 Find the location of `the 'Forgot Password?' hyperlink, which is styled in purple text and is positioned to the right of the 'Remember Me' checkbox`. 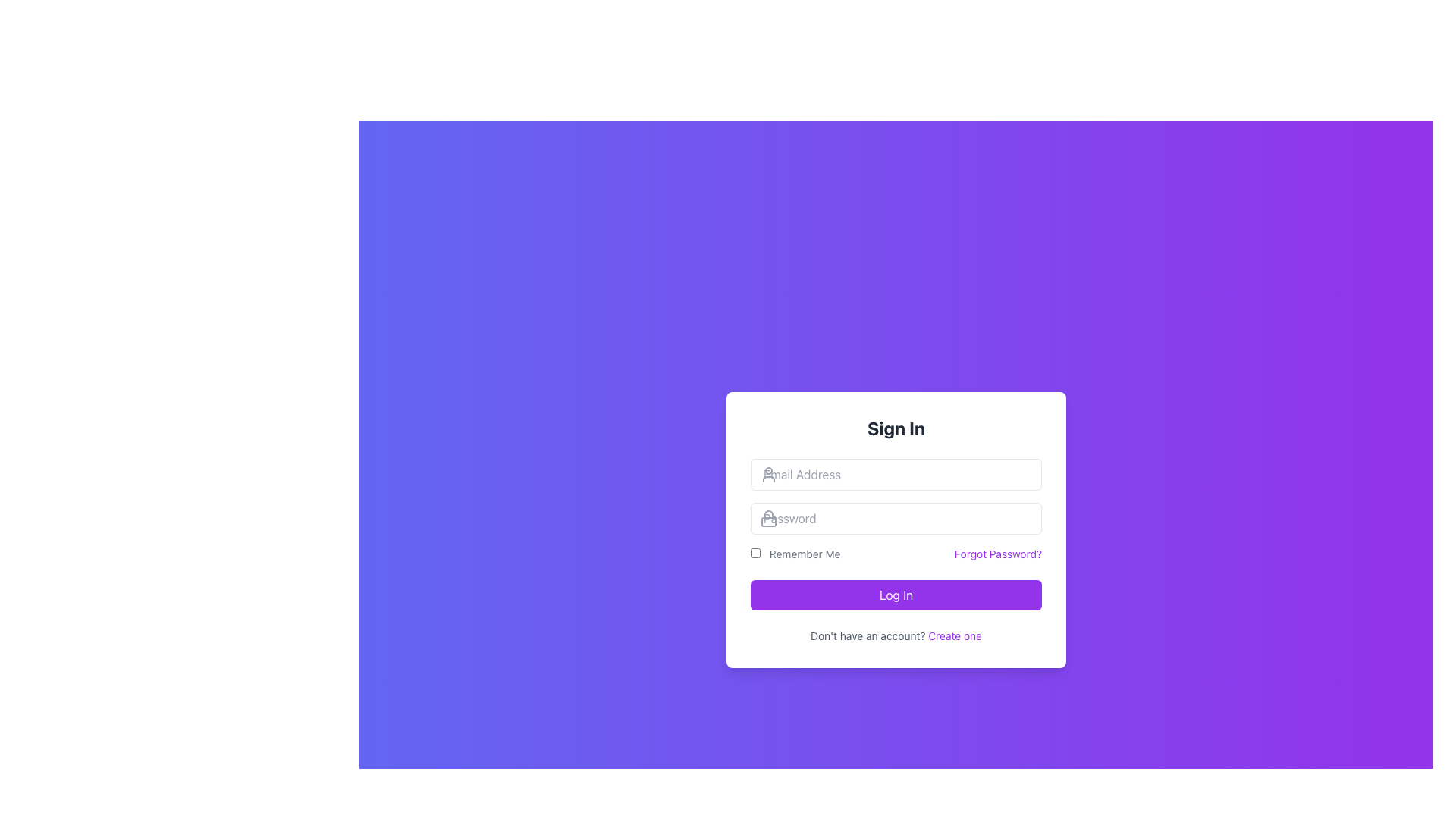

the 'Forgot Password?' hyperlink, which is styled in purple text and is positioned to the right of the 'Remember Me' checkbox is located at coordinates (998, 554).